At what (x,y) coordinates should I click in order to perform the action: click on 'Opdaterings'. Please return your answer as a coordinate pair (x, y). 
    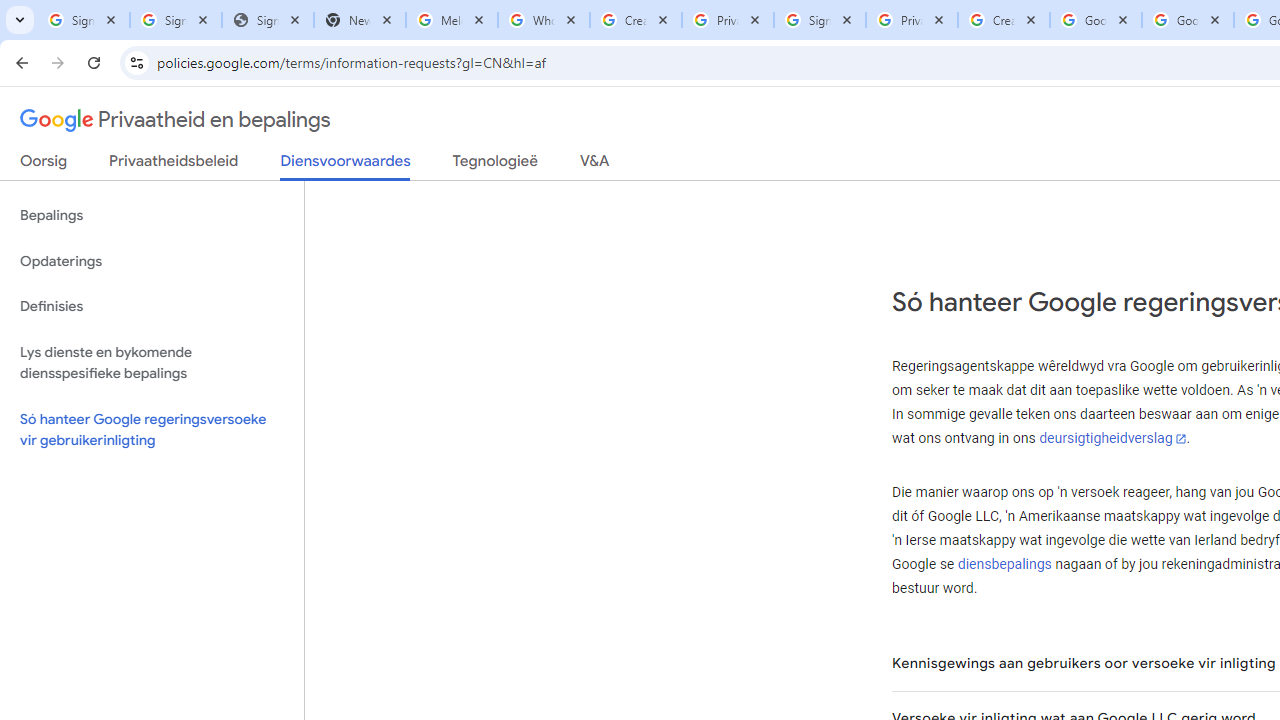
    Looking at the image, I should click on (151, 260).